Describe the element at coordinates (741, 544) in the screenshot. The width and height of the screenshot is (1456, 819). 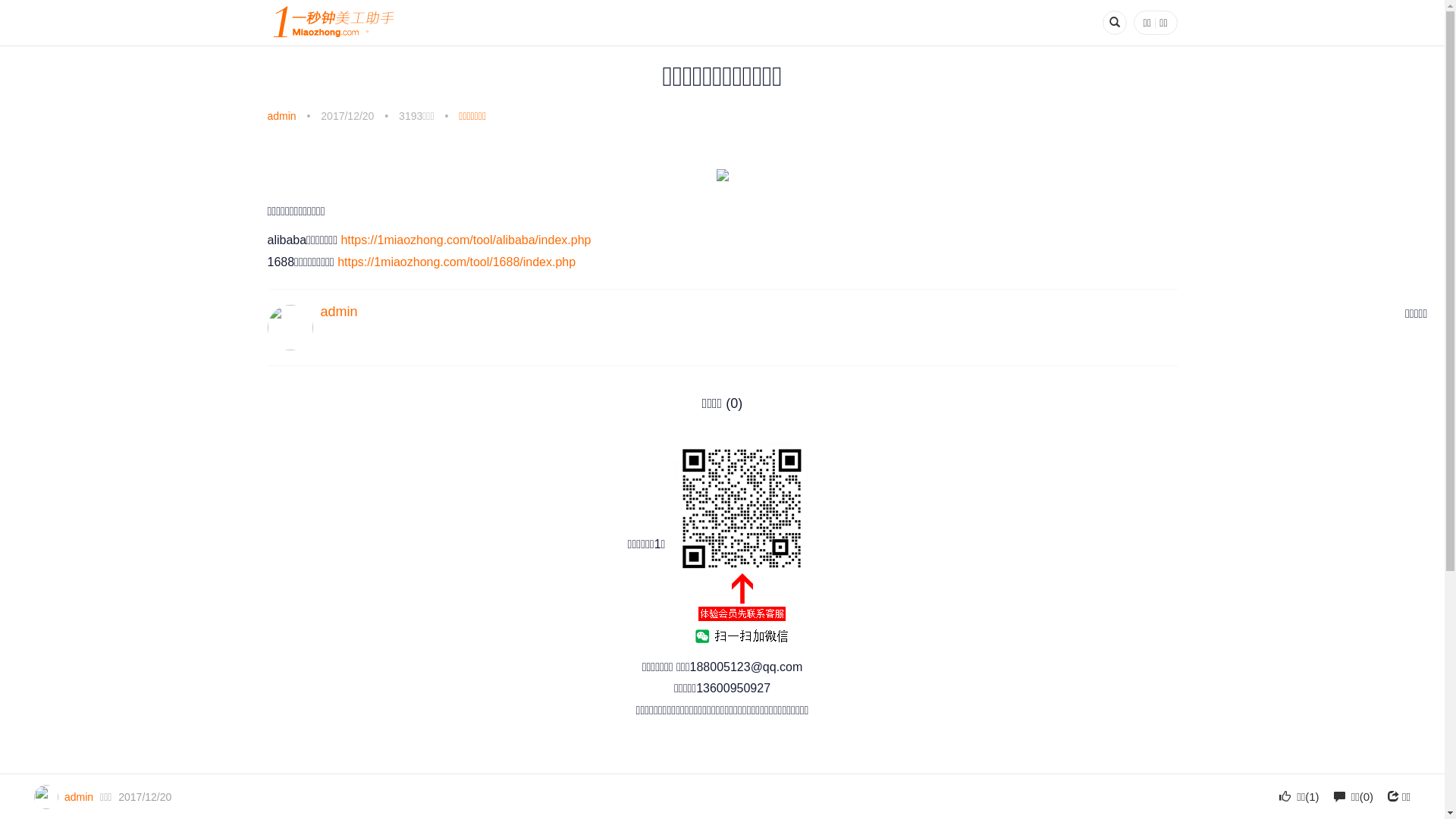
I see `'  '` at that location.